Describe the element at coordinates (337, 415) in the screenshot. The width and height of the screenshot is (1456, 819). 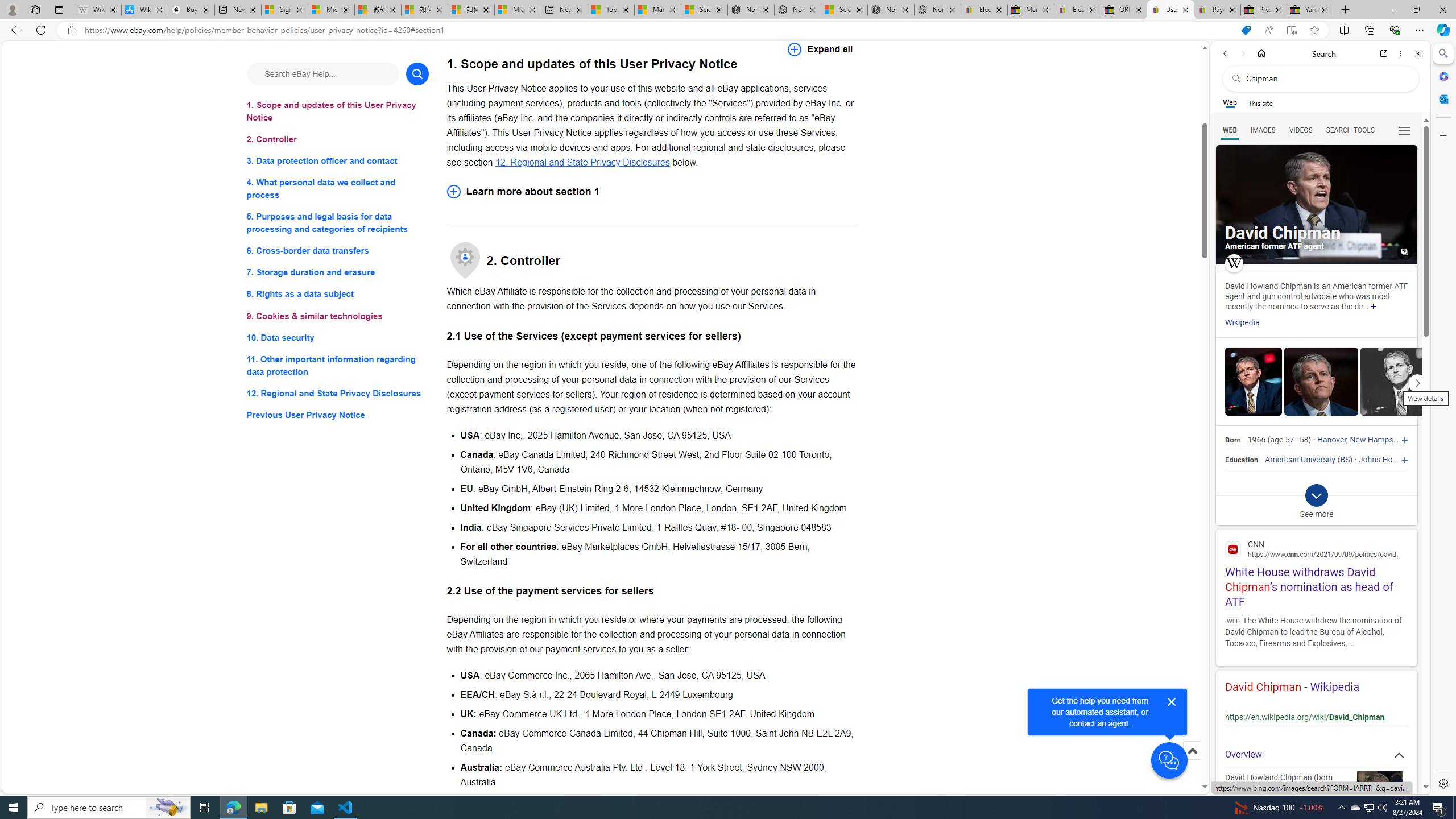
I see `'Previous User Privacy Notice'` at that location.